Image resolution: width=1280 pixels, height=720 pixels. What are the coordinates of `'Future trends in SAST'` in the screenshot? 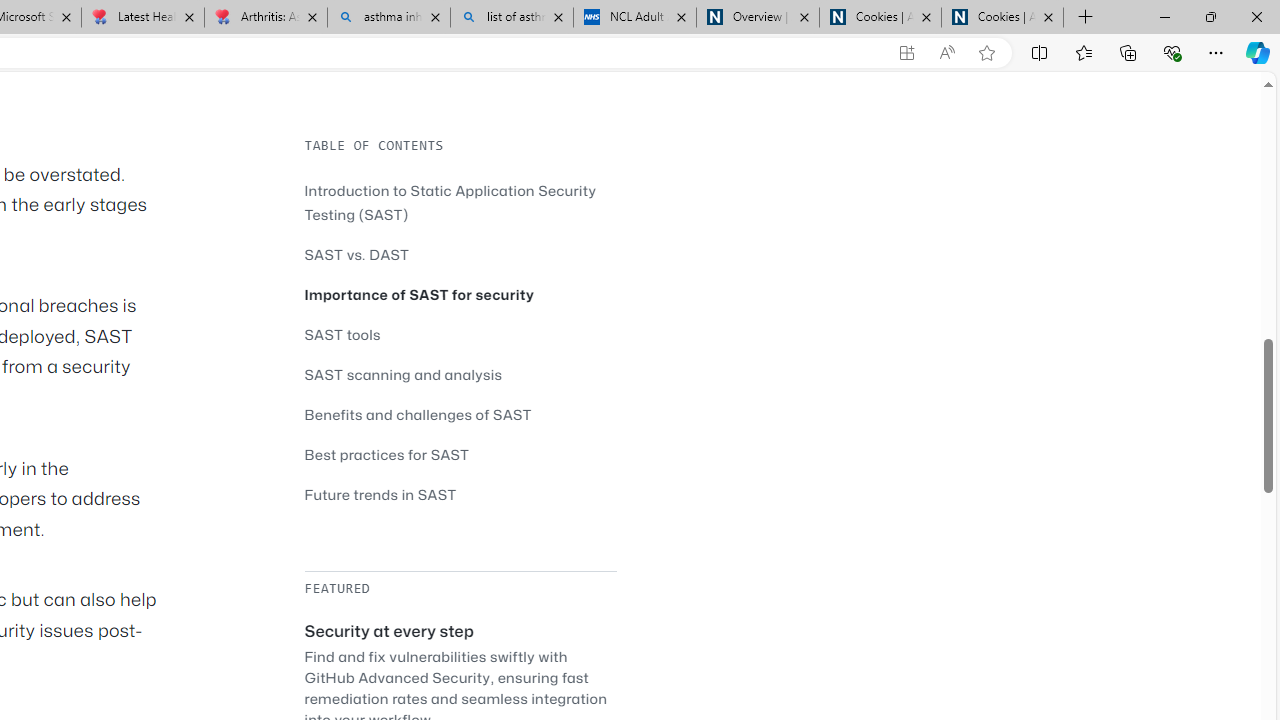 It's located at (459, 494).